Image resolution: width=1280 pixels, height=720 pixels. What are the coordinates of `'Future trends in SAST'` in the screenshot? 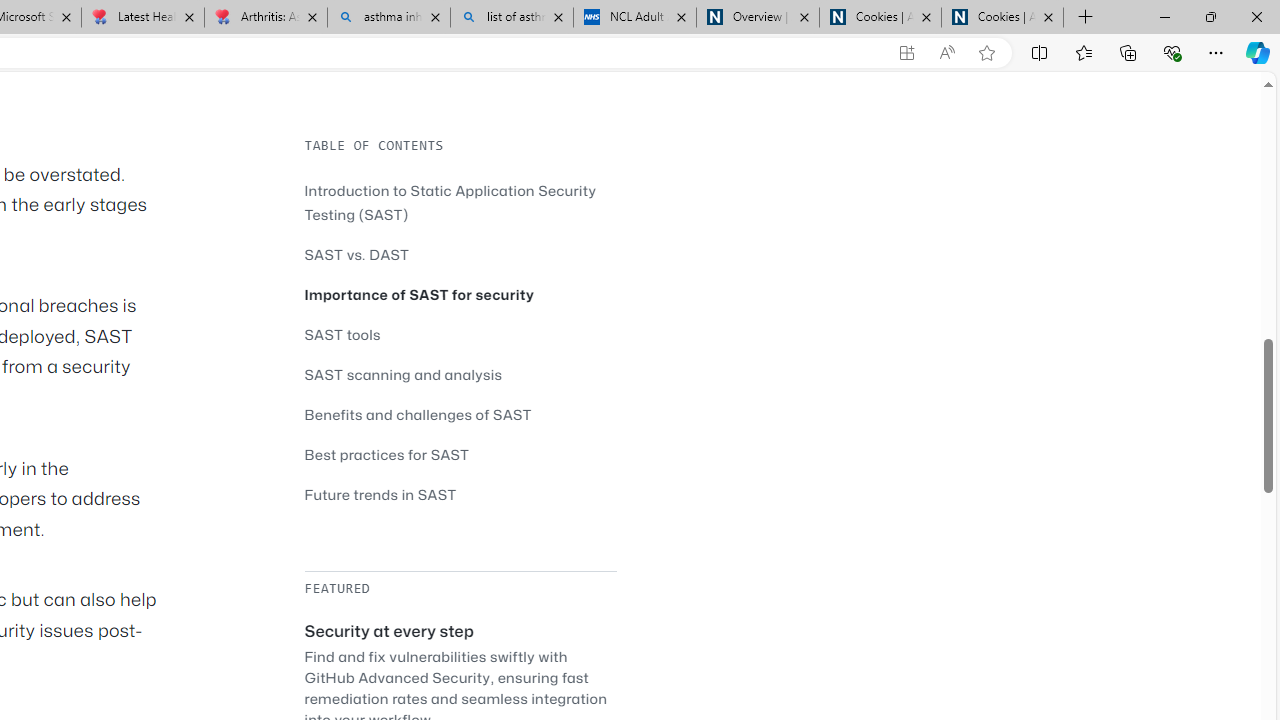 It's located at (459, 494).